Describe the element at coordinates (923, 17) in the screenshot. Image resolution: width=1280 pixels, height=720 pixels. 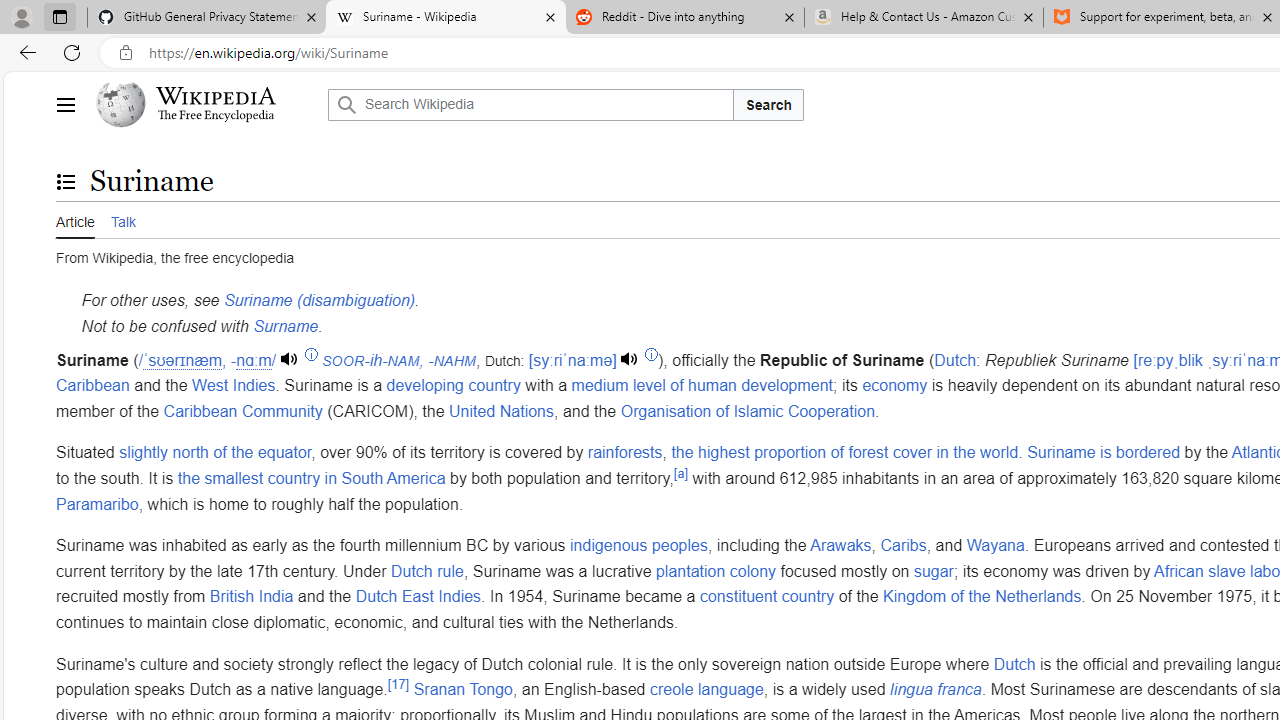
I see `'Help & Contact Us - Amazon Customer Service - Sleeping'` at that location.